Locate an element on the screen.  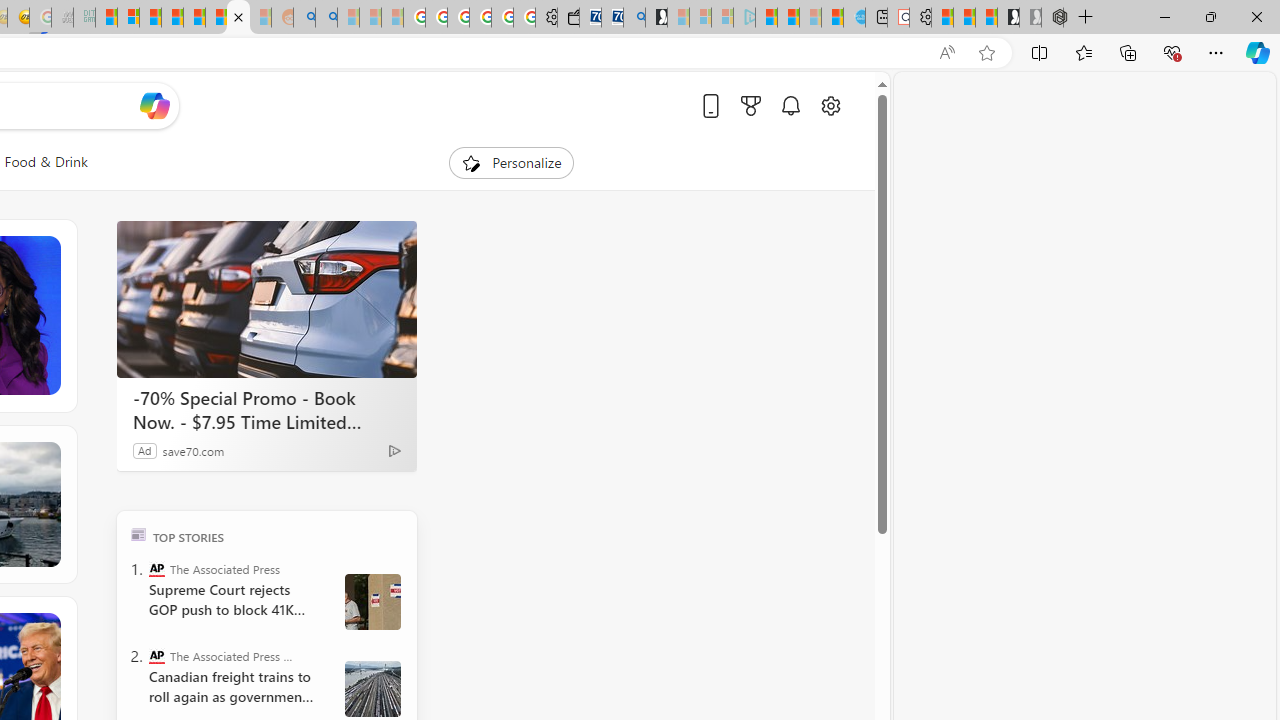
'Utah sues federal government - Search' is located at coordinates (326, 17).